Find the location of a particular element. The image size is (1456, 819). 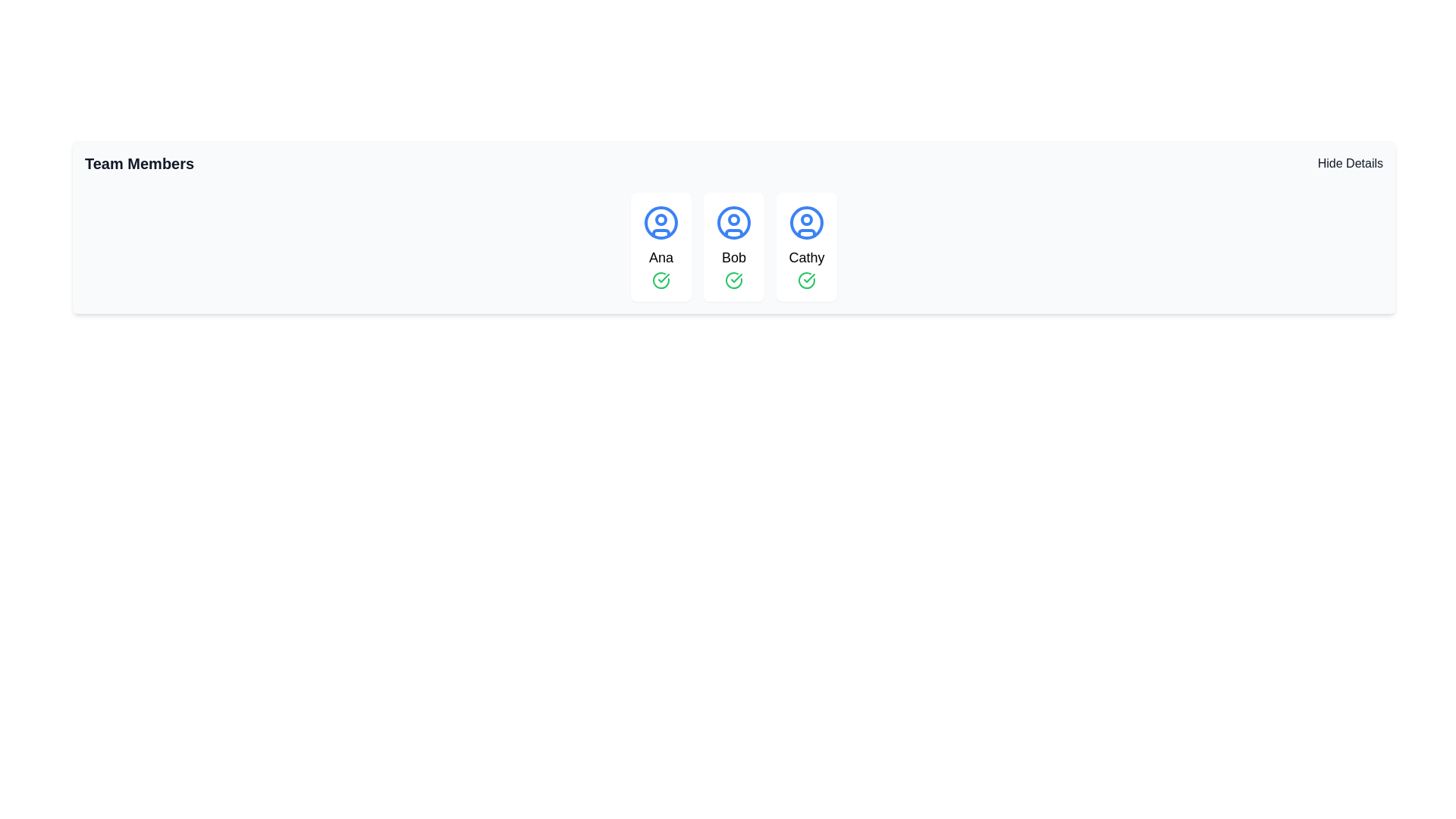

the outer circular decorative element of the user avatar graphic located in the leftmost card labelled 'Ana' is located at coordinates (661, 222).